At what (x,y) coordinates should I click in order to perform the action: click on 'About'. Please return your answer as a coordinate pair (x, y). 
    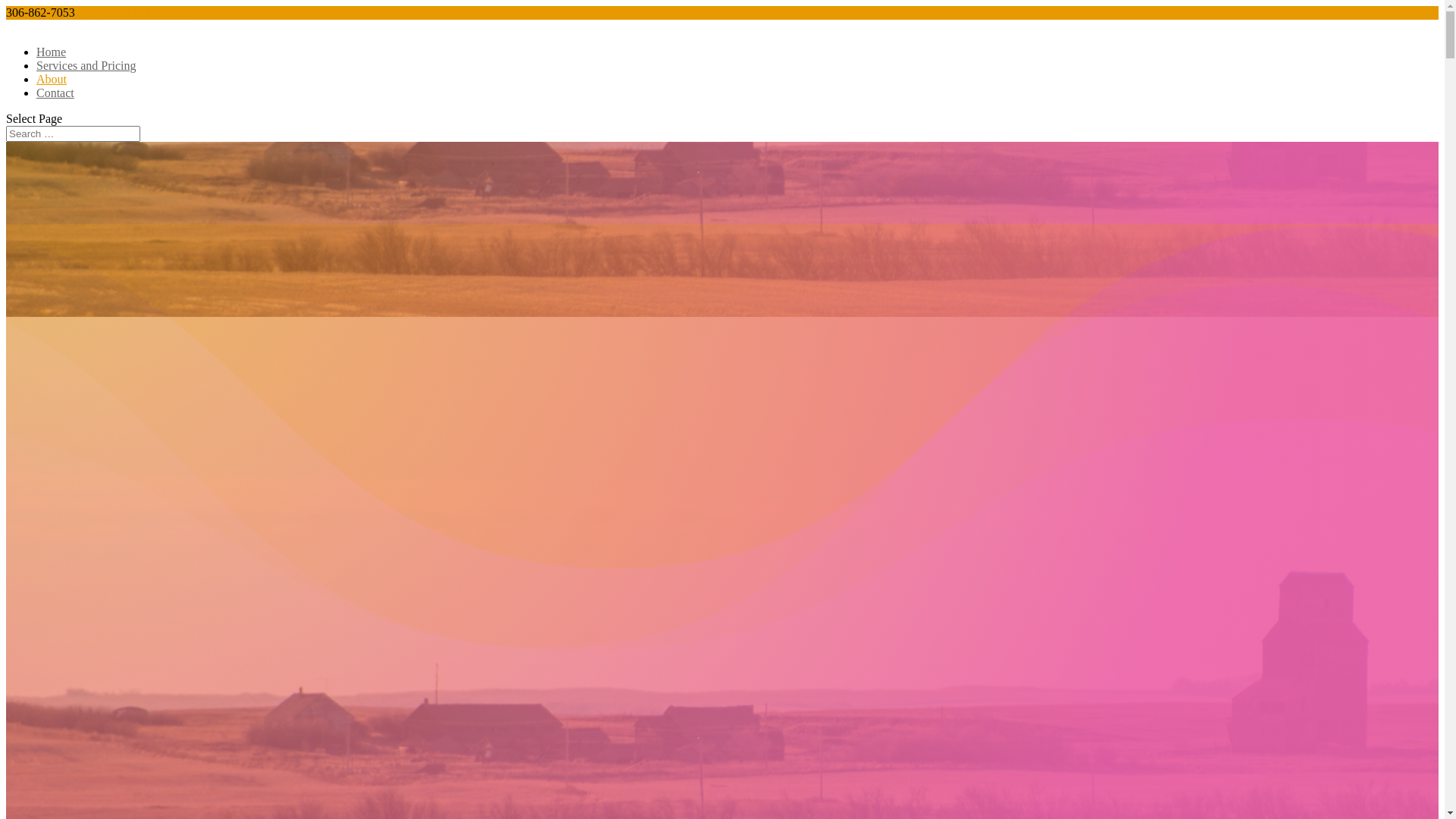
    Looking at the image, I should click on (51, 79).